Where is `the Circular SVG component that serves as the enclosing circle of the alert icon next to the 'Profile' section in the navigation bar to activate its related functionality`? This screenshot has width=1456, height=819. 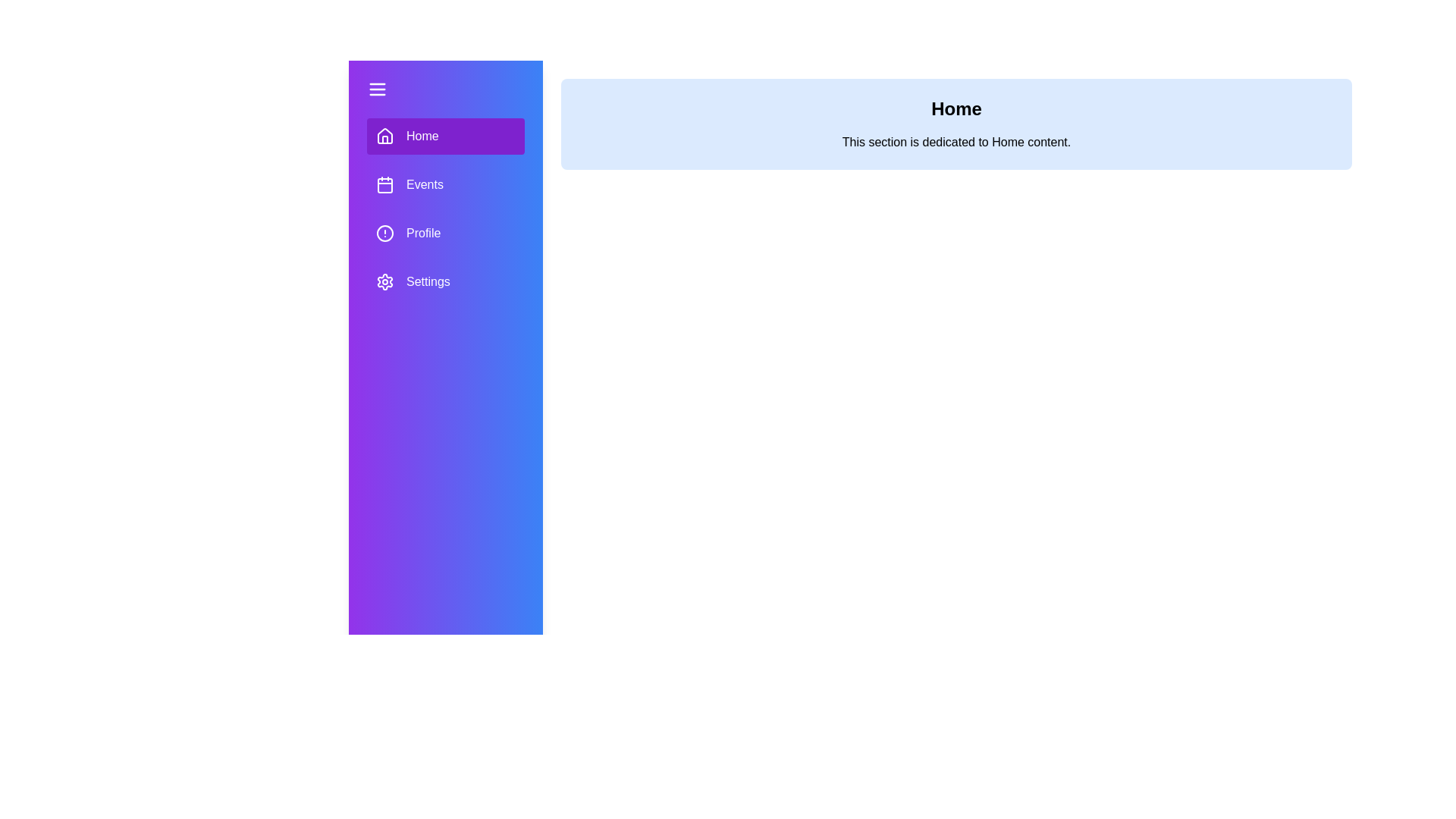
the Circular SVG component that serves as the enclosing circle of the alert icon next to the 'Profile' section in the navigation bar to activate its related functionality is located at coordinates (385, 234).